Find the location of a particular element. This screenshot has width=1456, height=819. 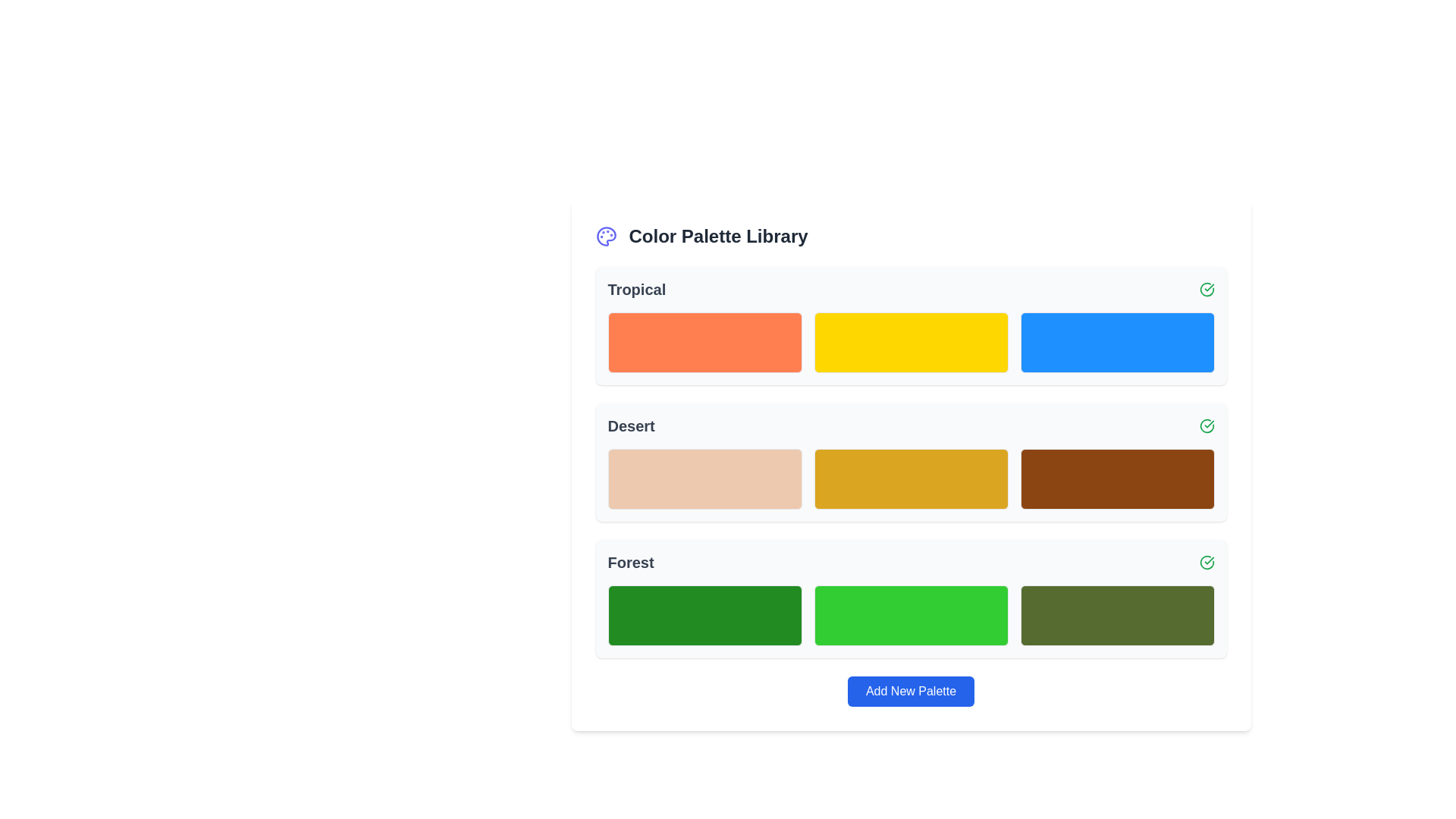

the circular outline component of the checkmark icon located at the far right of the 'Tropical' palette row is located at coordinates (1205, 425).